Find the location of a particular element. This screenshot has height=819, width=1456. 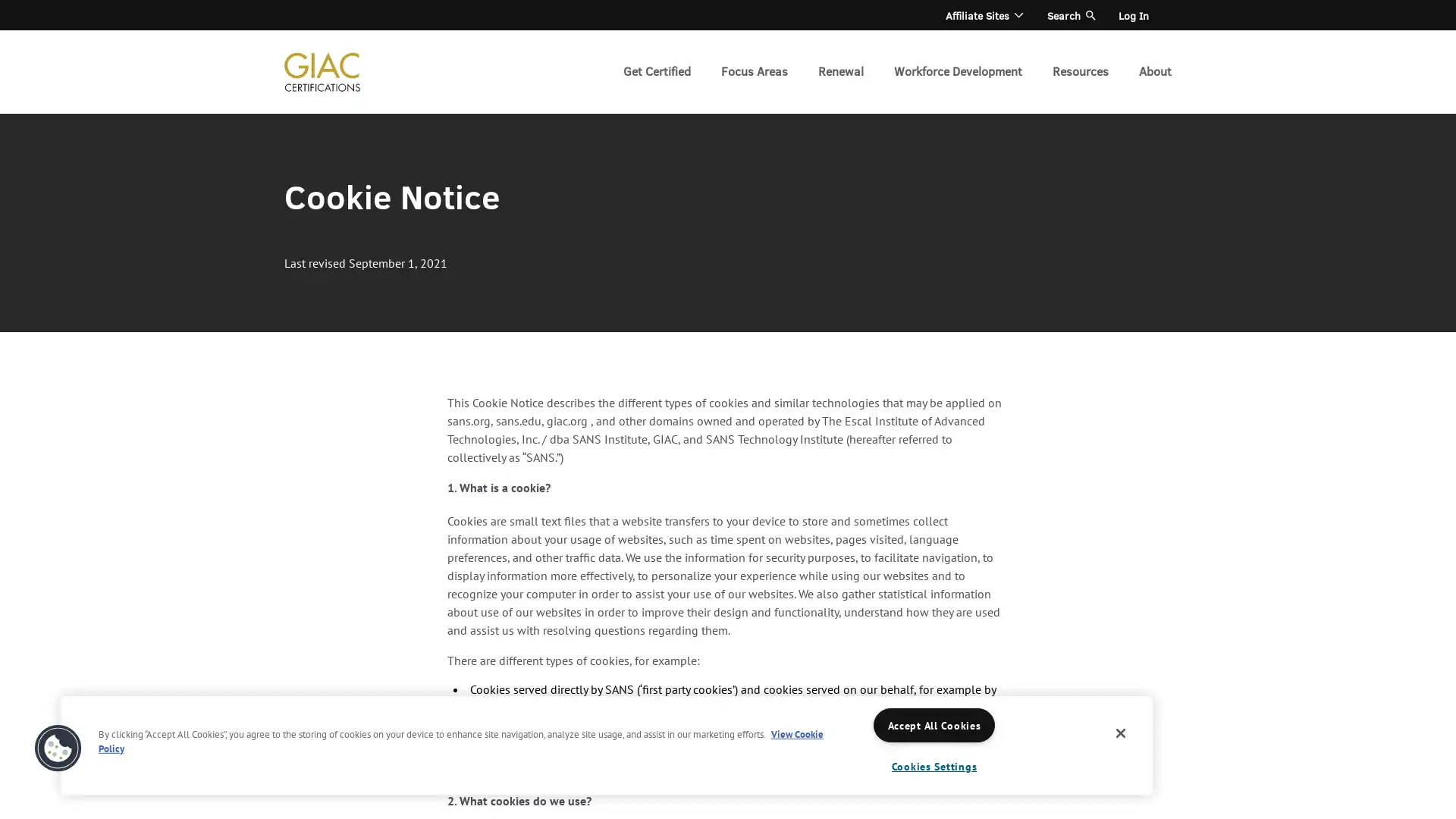

Accept All Cookies is located at coordinates (934, 724).